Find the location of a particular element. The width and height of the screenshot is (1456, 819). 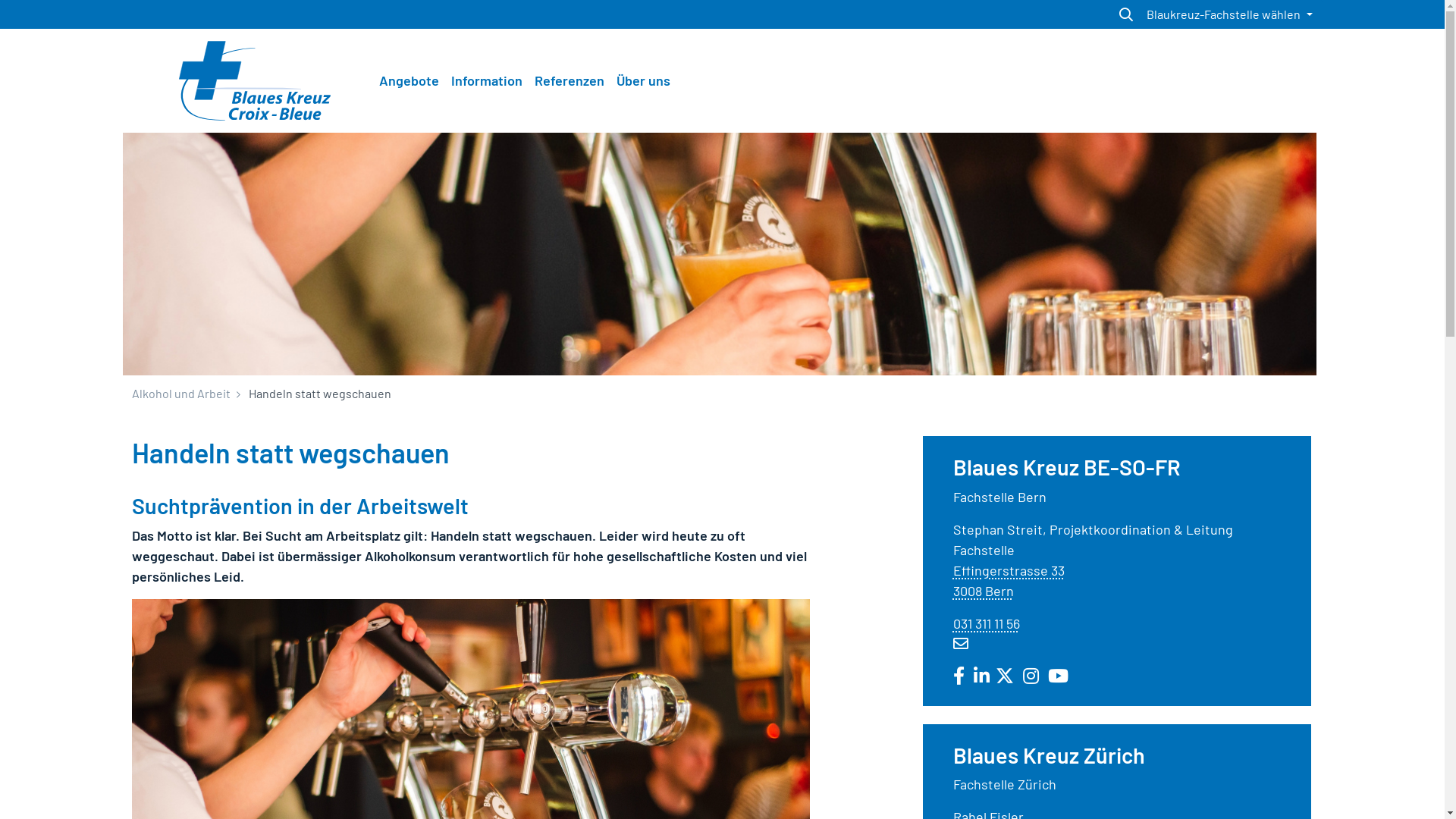

'Alkohol und Arbeit' is located at coordinates (181, 392).